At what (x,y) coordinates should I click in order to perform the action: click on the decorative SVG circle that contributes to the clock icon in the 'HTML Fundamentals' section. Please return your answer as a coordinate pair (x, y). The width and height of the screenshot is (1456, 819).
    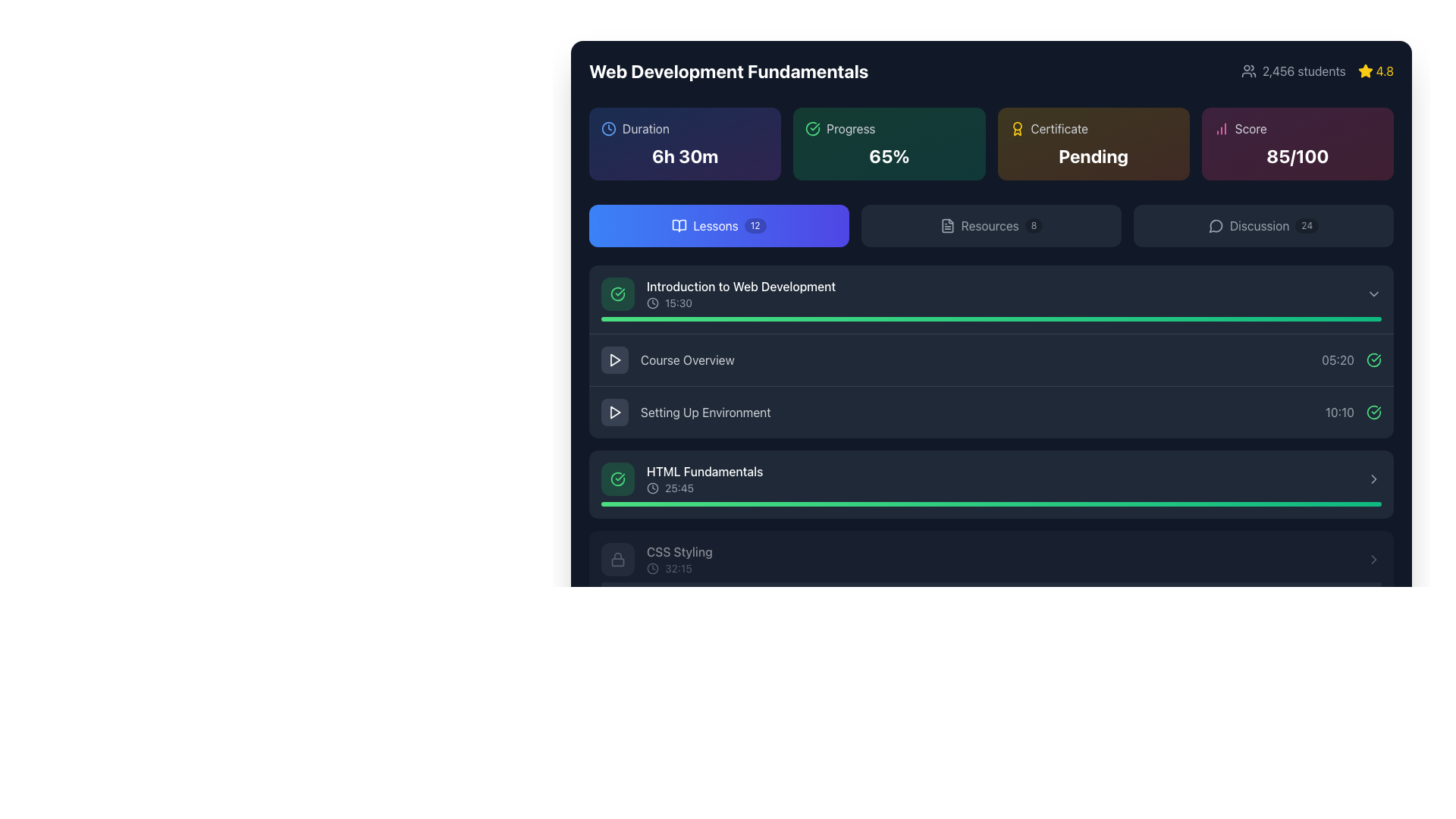
    Looking at the image, I should click on (652, 488).